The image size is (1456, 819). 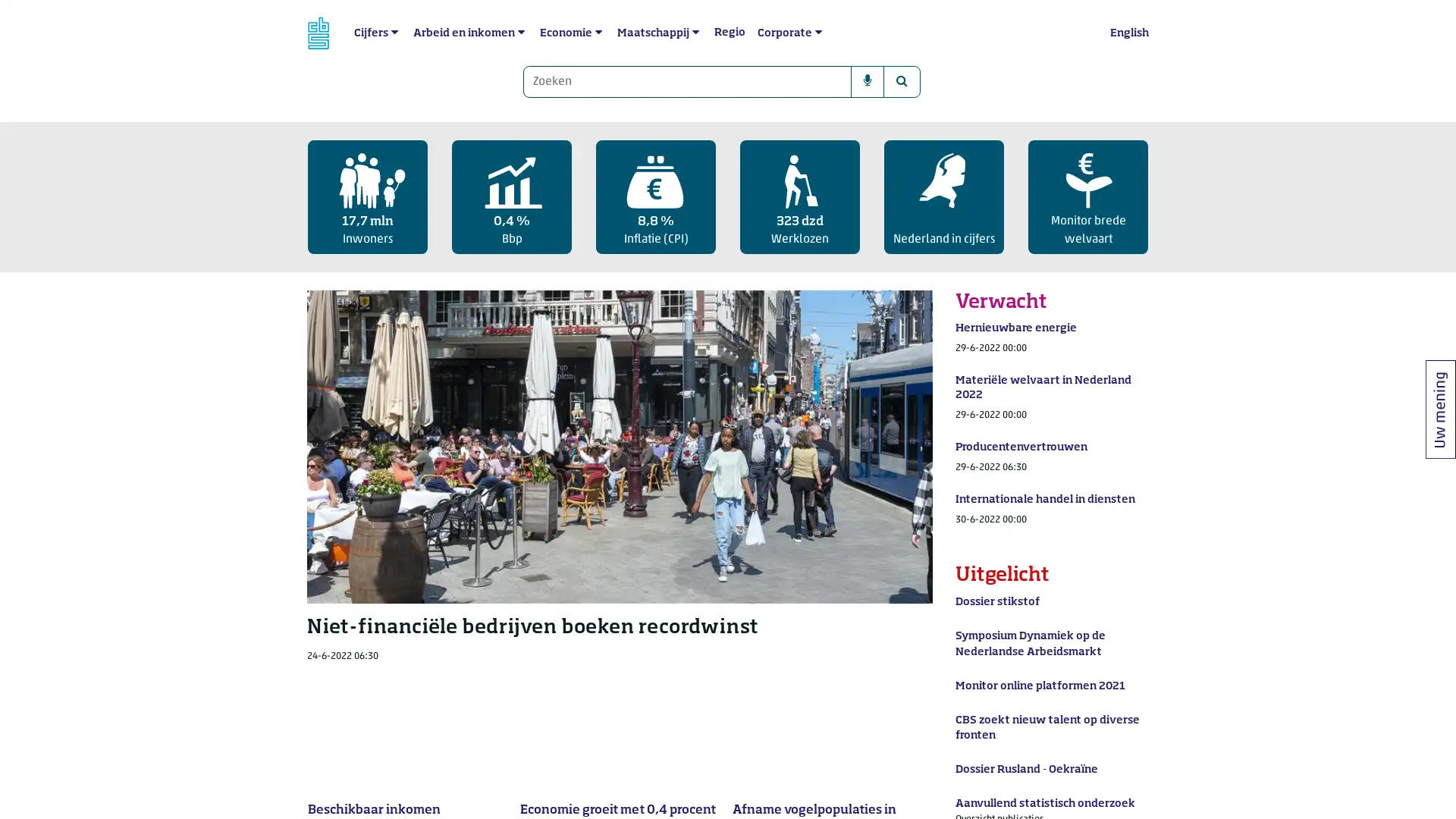 I want to click on submenu Economie, so click(x=598, y=32).